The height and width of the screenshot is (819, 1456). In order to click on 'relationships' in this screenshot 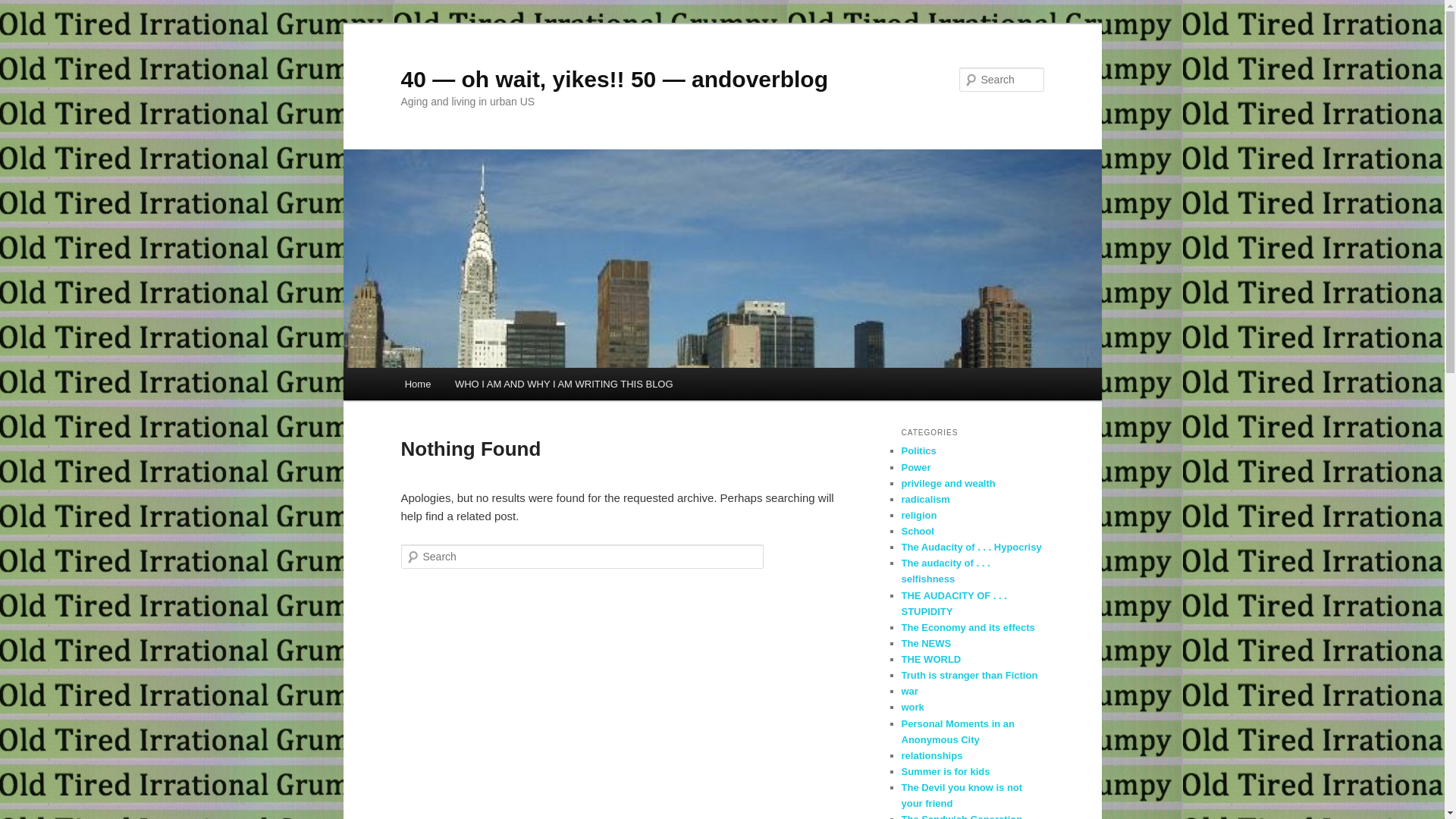, I will do `click(930, 755)`.